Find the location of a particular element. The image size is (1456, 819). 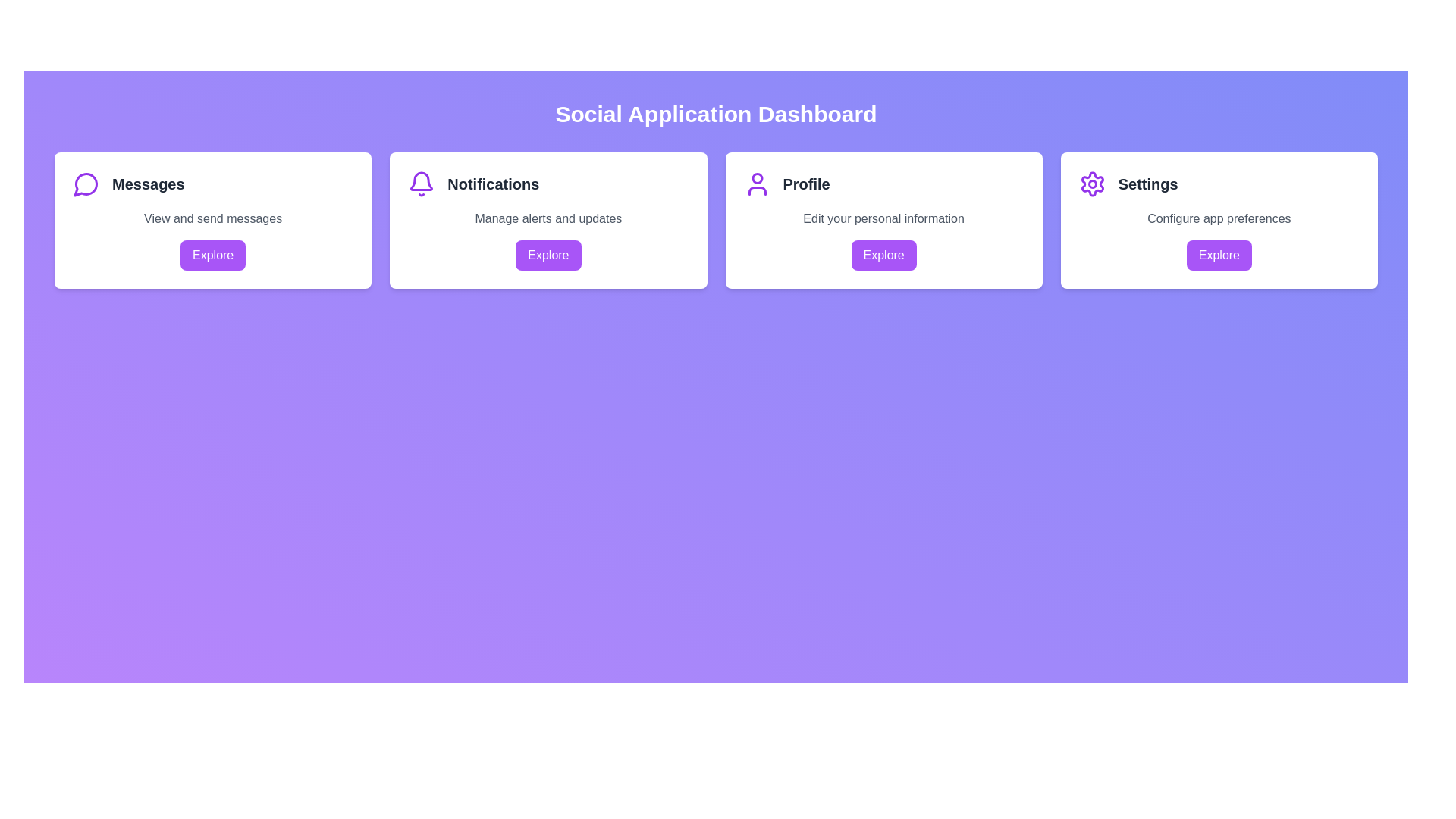

the button located at the bottom of the 'Settings' card, which is labeled 'Configure app preferences' is located at coordinates (1219, 254).